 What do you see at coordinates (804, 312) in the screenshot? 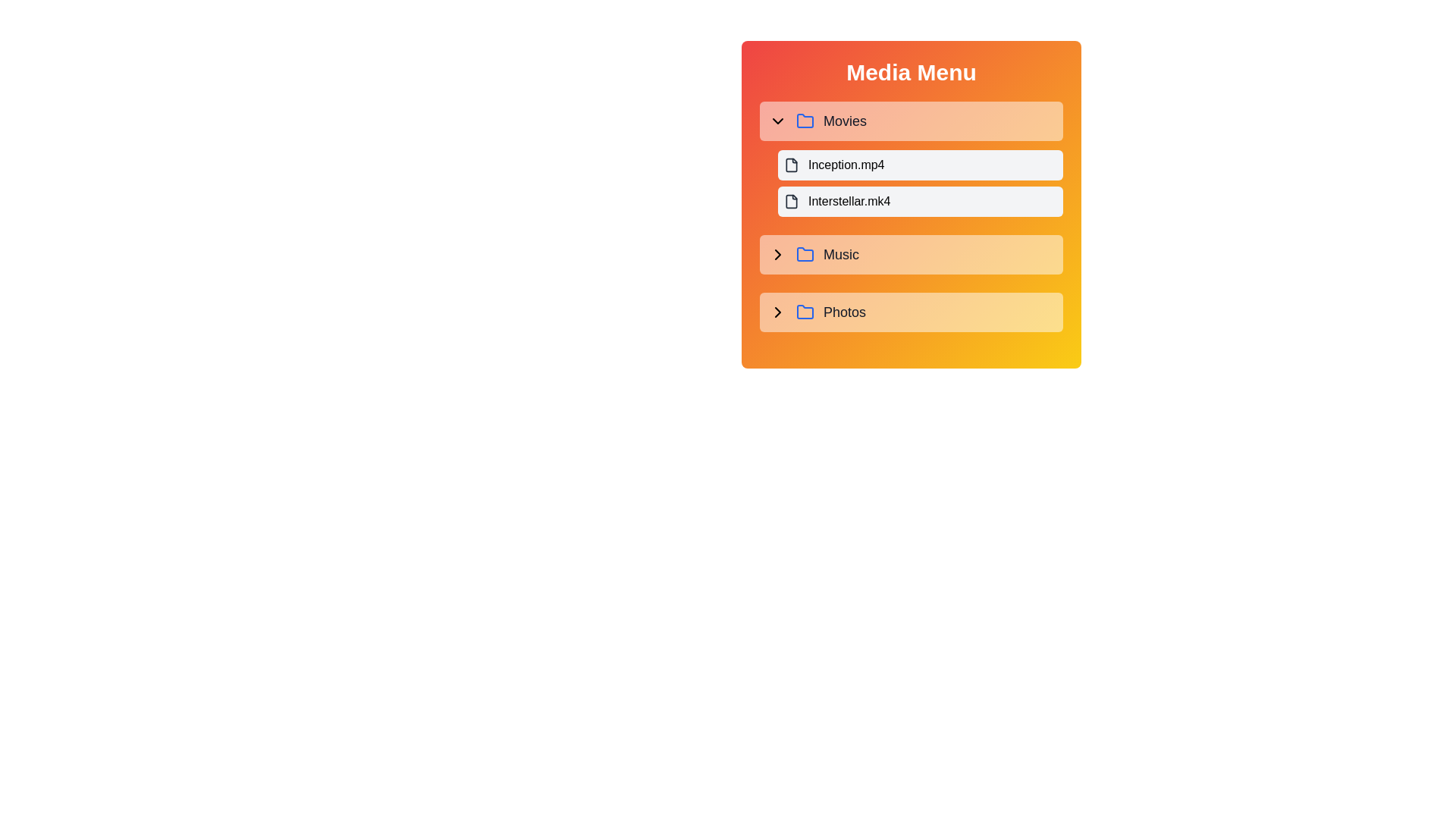
I see `the folder icon with a blue outline and rounded corners` at bounding box center [804, 312].